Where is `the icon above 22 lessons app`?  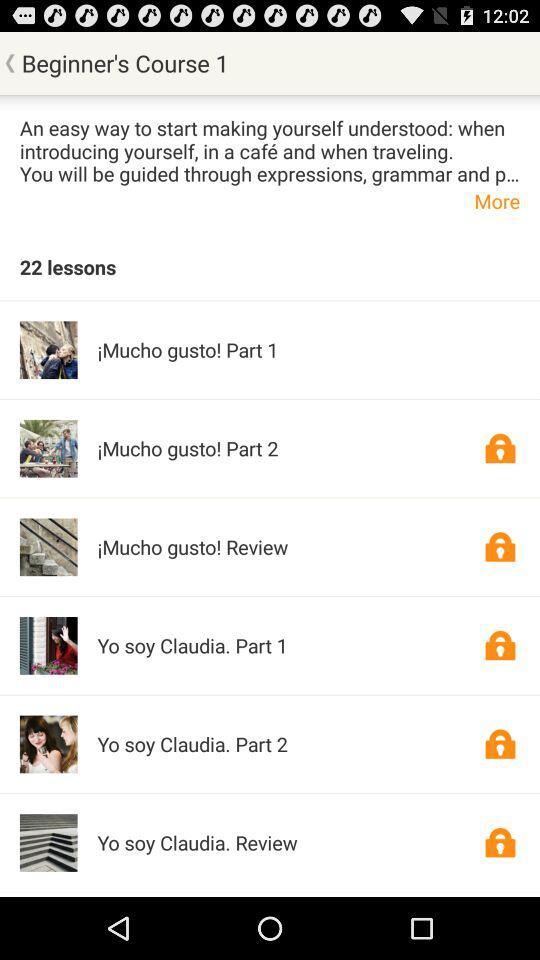 the icon above 22 lessons app is located at coordinates (270, 200).